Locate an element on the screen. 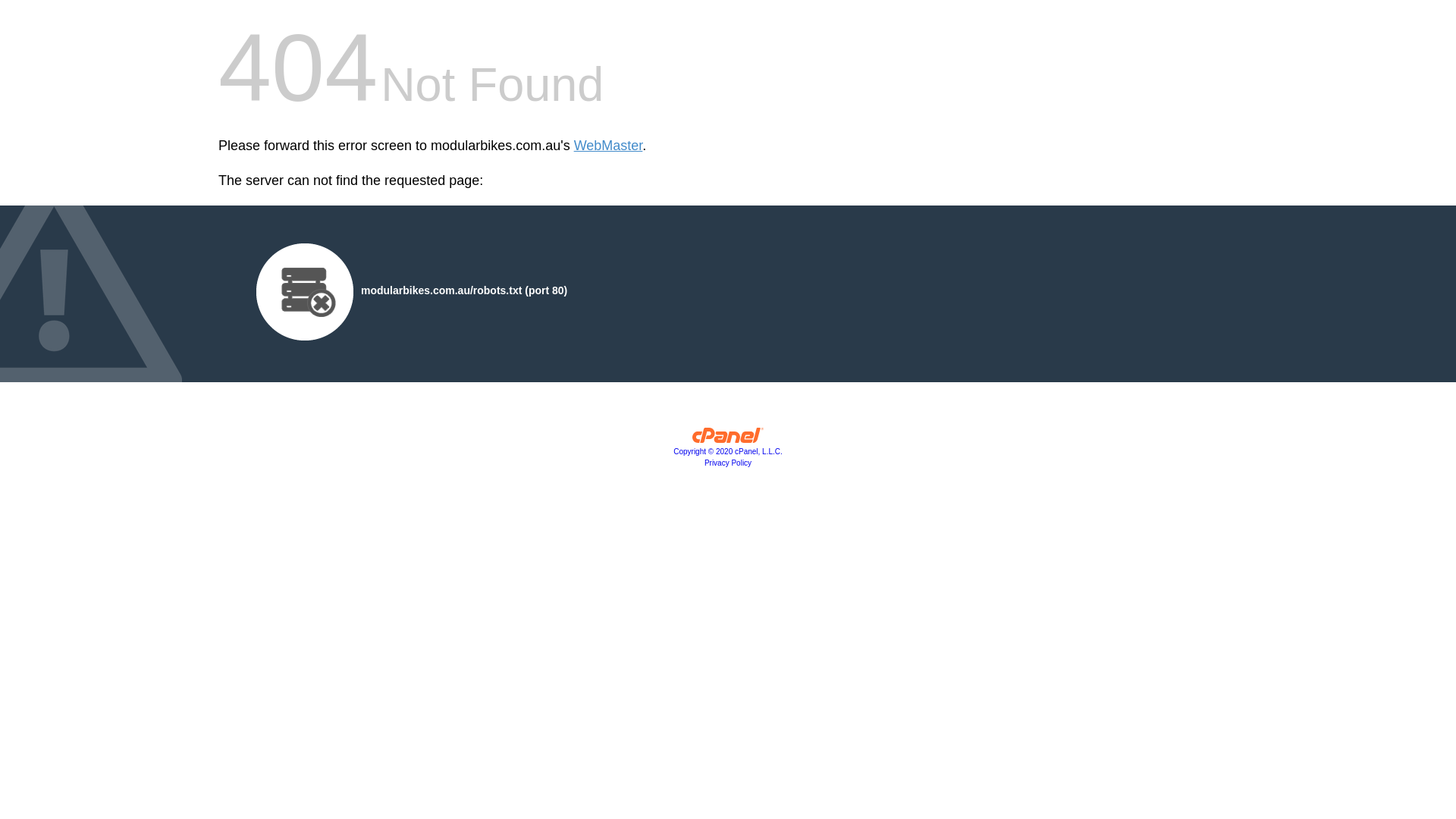 The height and width of the screenshot is (819, 1456). 'WebMaster' is located at coordinates (608, 146).